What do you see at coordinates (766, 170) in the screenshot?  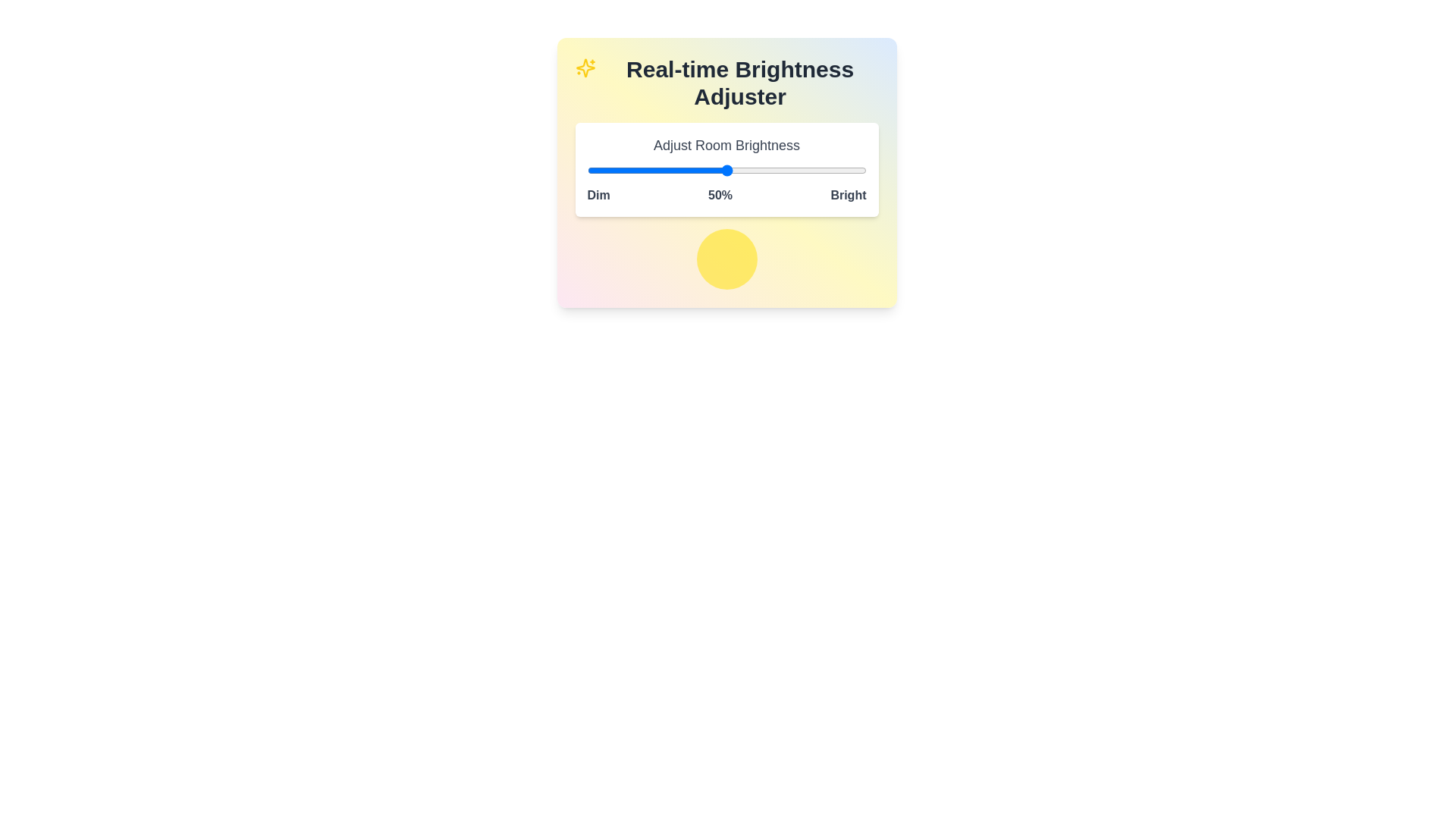 I see `the brightness slider to 64%` at bounding box center [766, 170].